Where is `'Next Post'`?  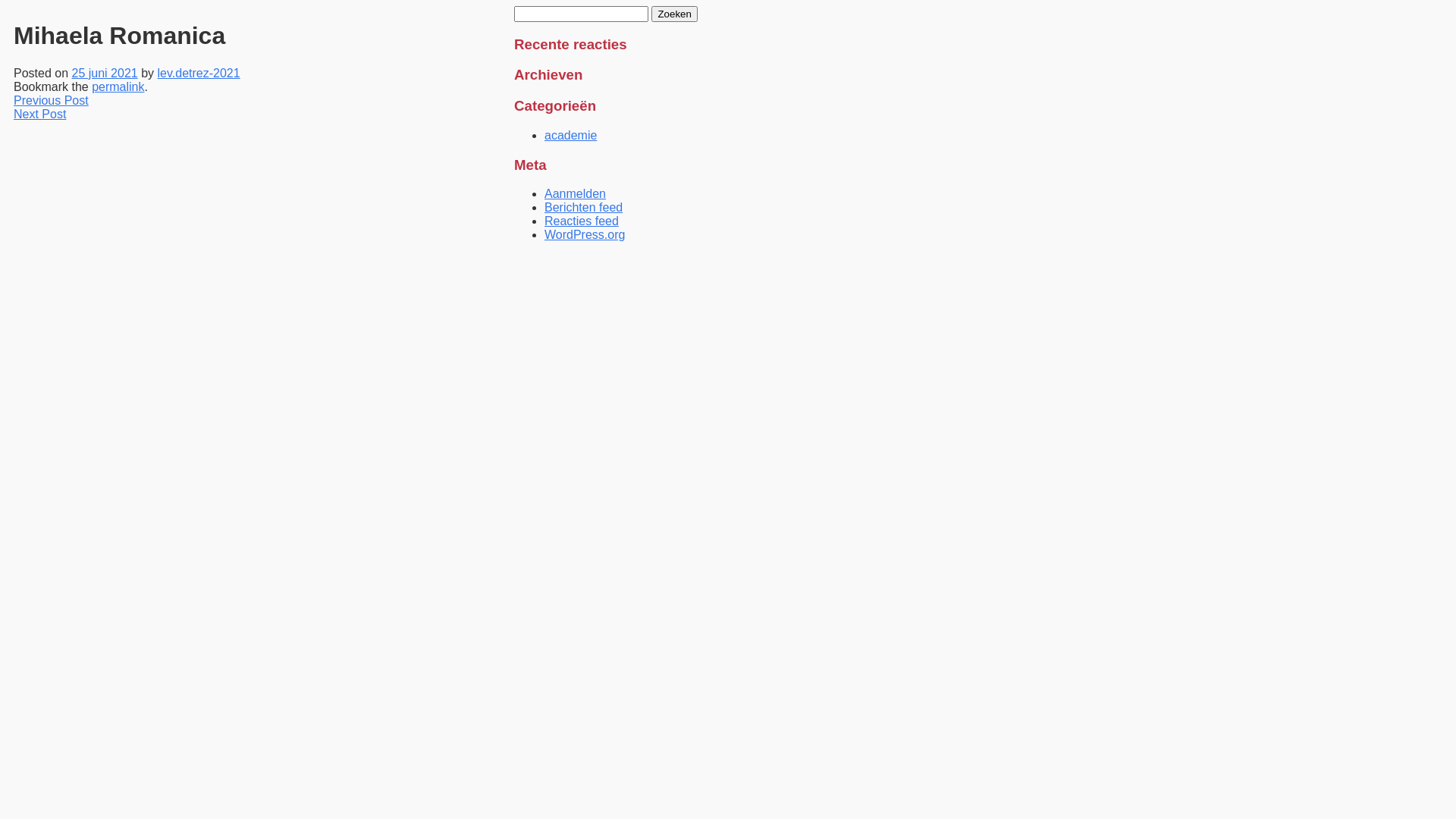 'Next Post' is located at coordinates (39, 113).